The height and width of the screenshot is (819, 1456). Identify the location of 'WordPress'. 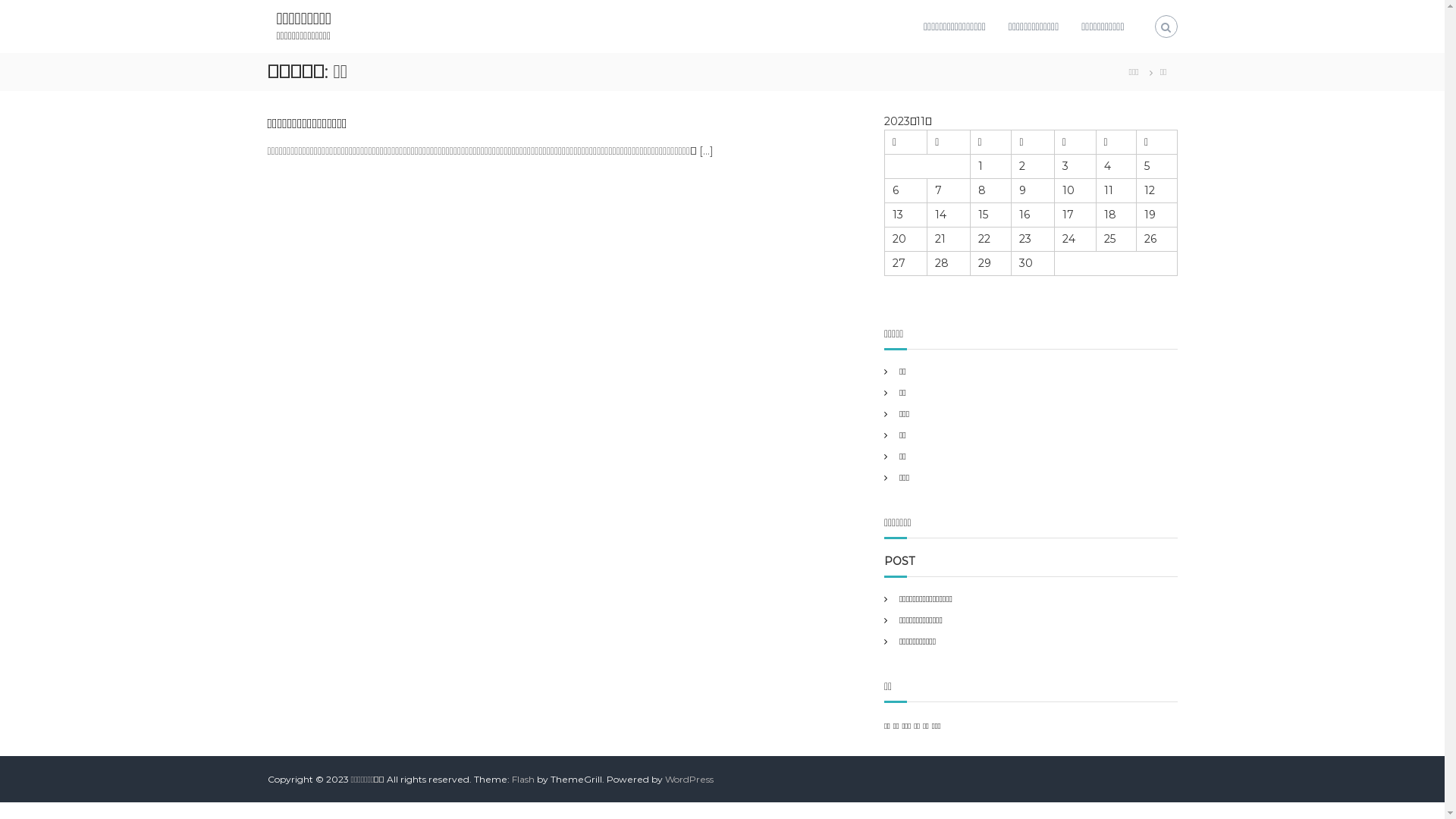
(665, 779).